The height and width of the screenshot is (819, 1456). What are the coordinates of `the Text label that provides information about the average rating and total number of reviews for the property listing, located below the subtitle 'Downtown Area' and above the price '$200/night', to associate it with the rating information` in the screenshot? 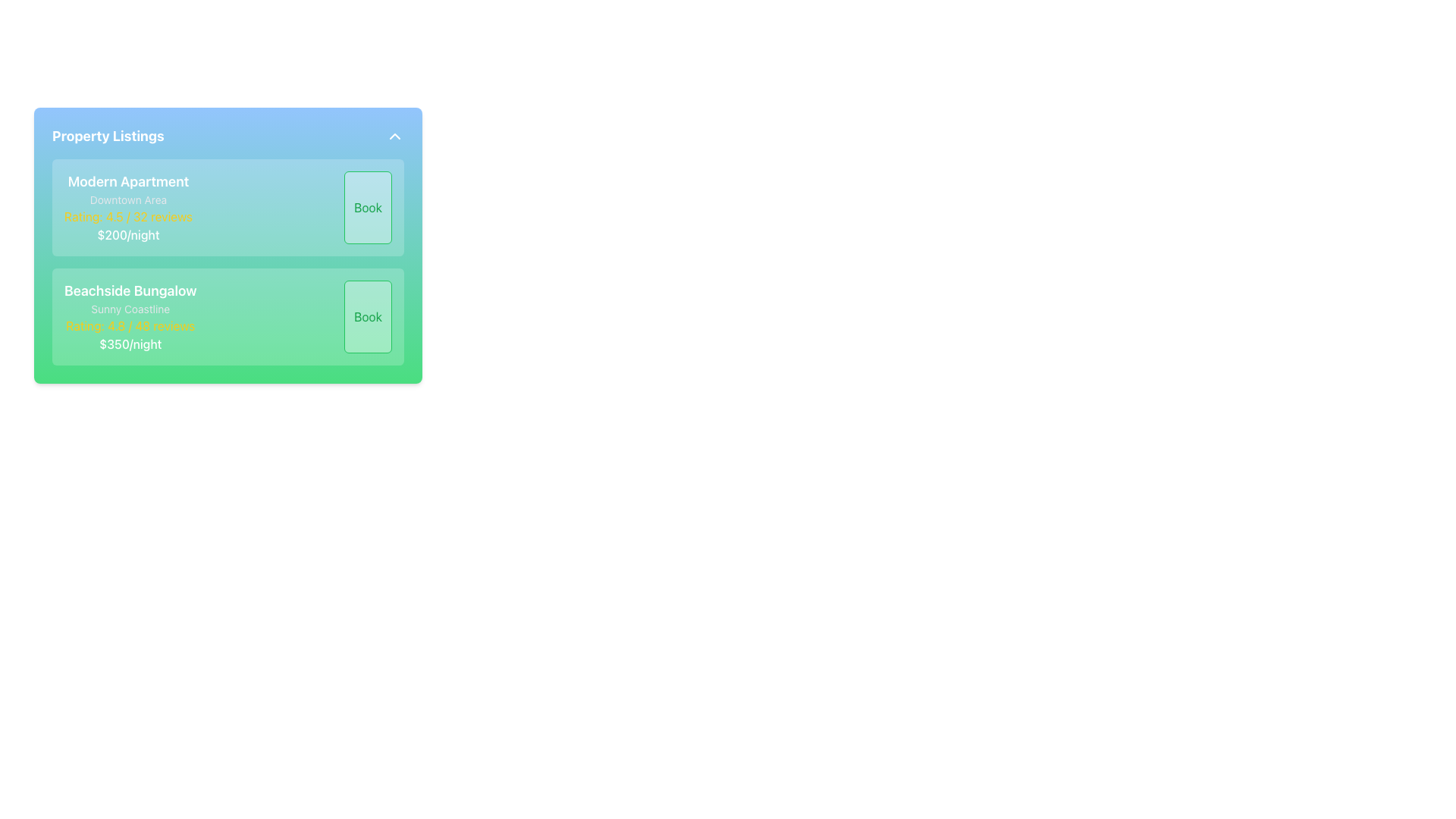 It's located at (128, 216).